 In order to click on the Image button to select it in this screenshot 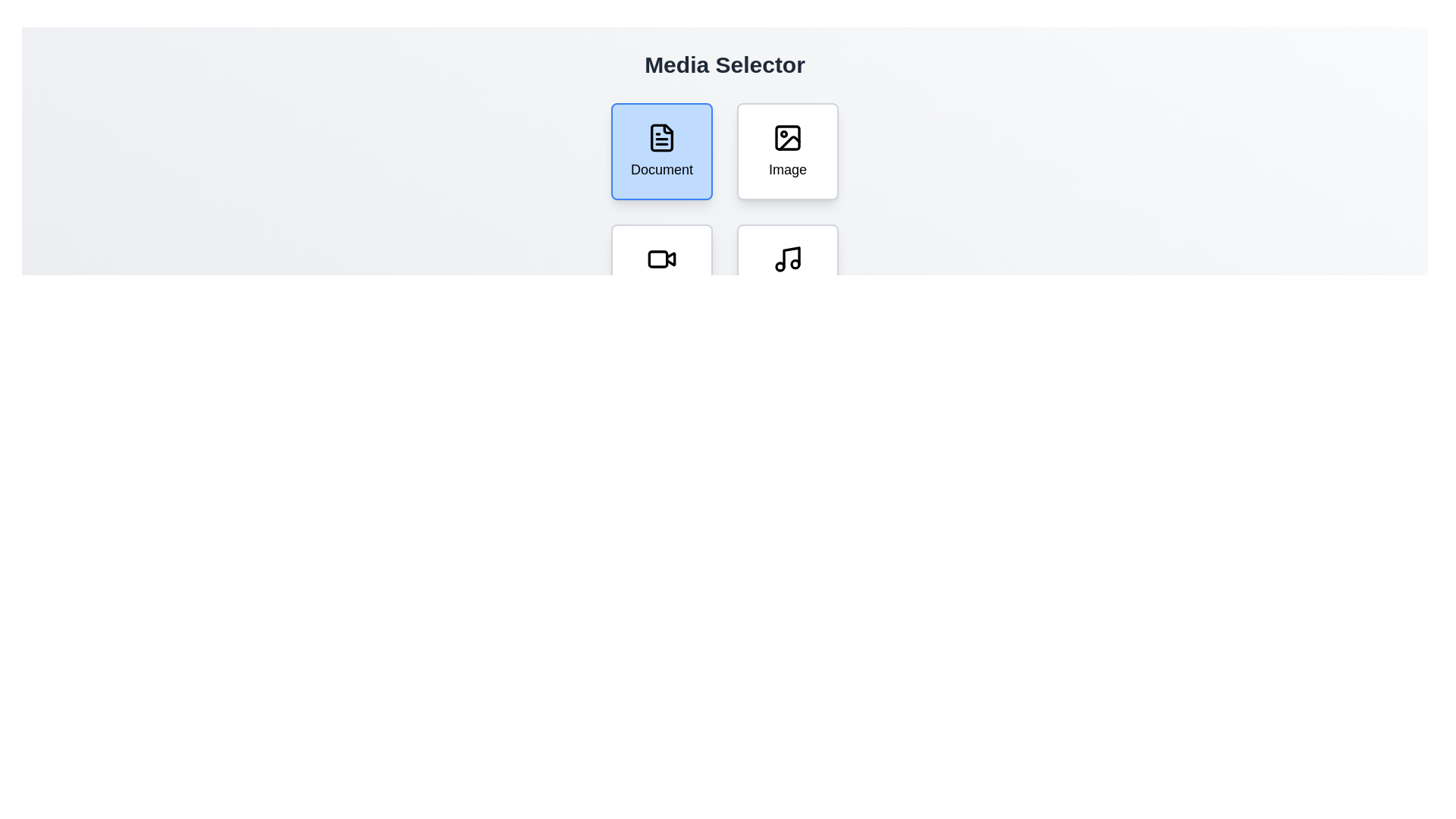, I will do `click(788, 152)`.